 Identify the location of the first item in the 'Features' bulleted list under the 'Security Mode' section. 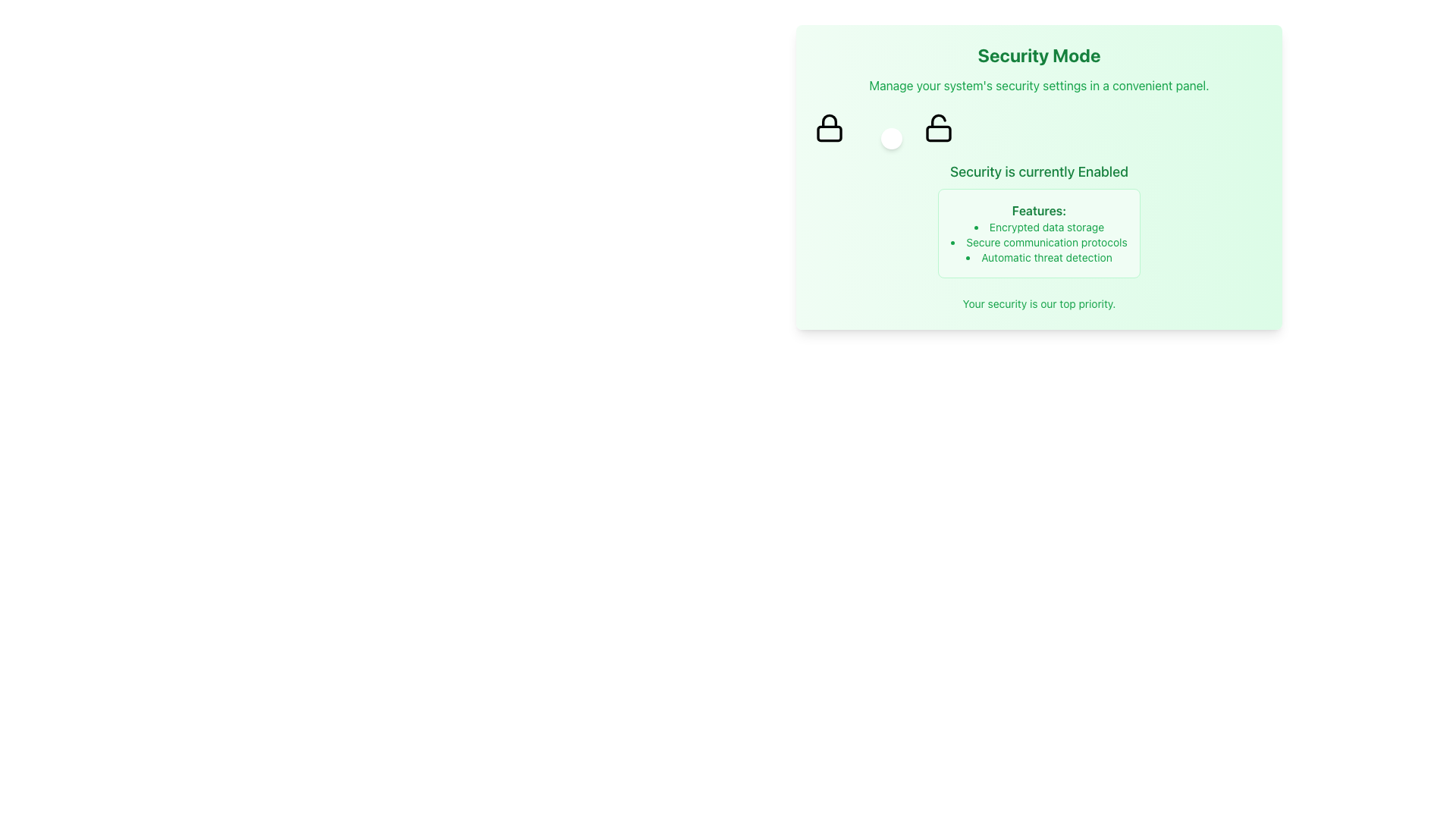
(1038, 227).